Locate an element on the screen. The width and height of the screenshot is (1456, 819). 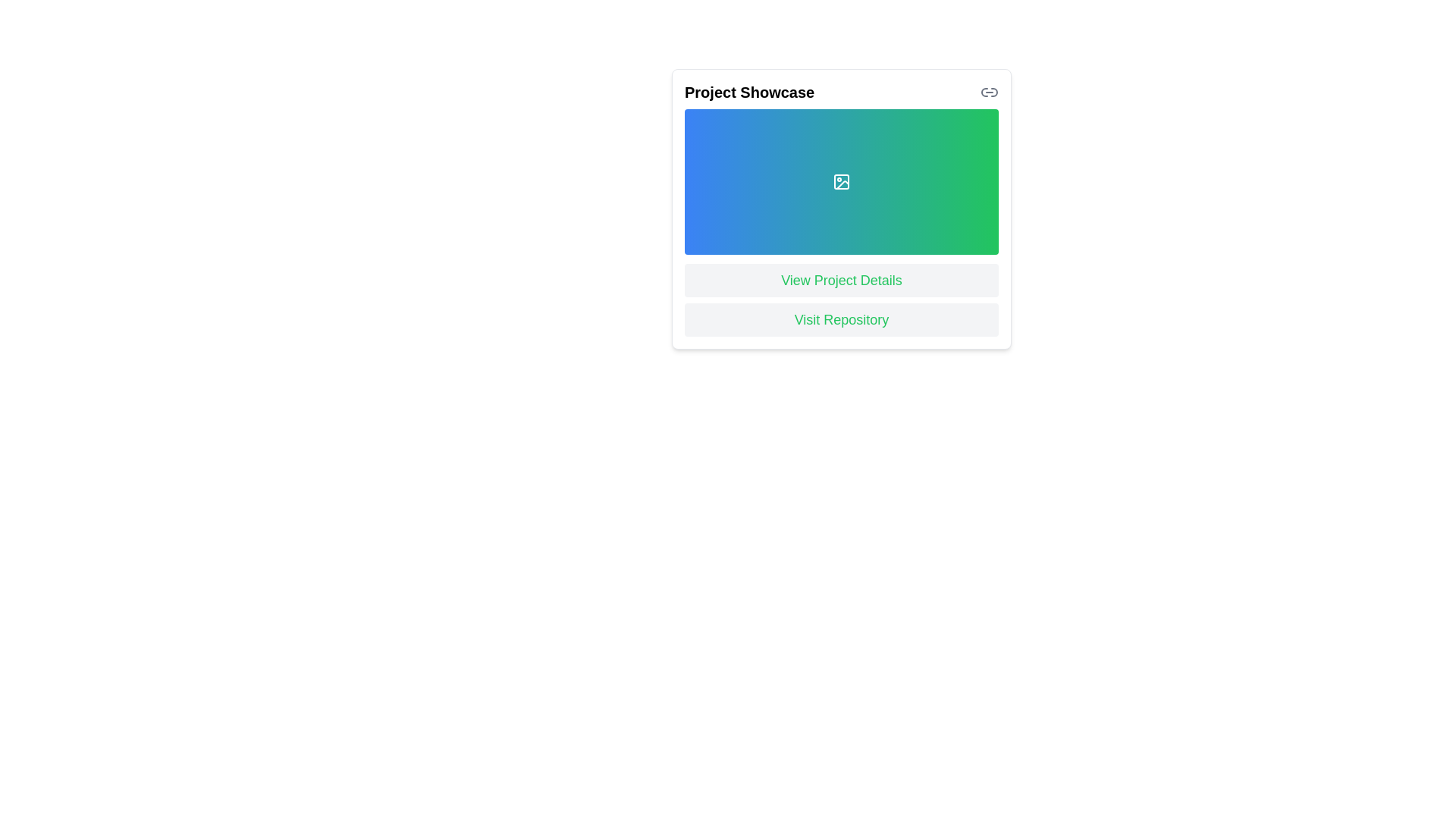
the image placeholder located centrally within the card structure, below the title 'Project Showcase' and above the buttons 'View Project Details' and 'Visit Repository' is located at coordinates (840, 209).